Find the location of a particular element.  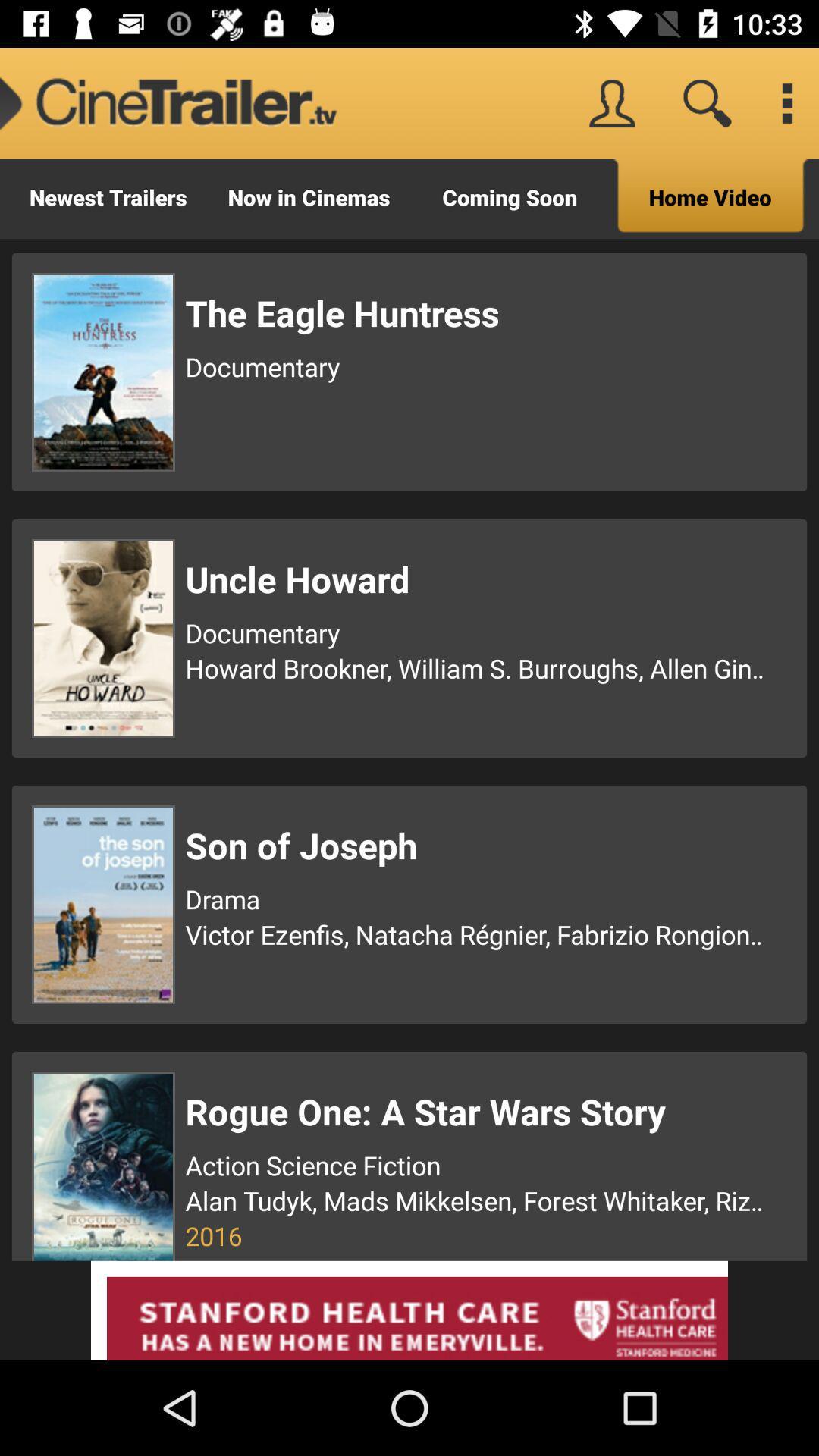

the item to the right of the coming soon item is located at coordinates (711, 198).